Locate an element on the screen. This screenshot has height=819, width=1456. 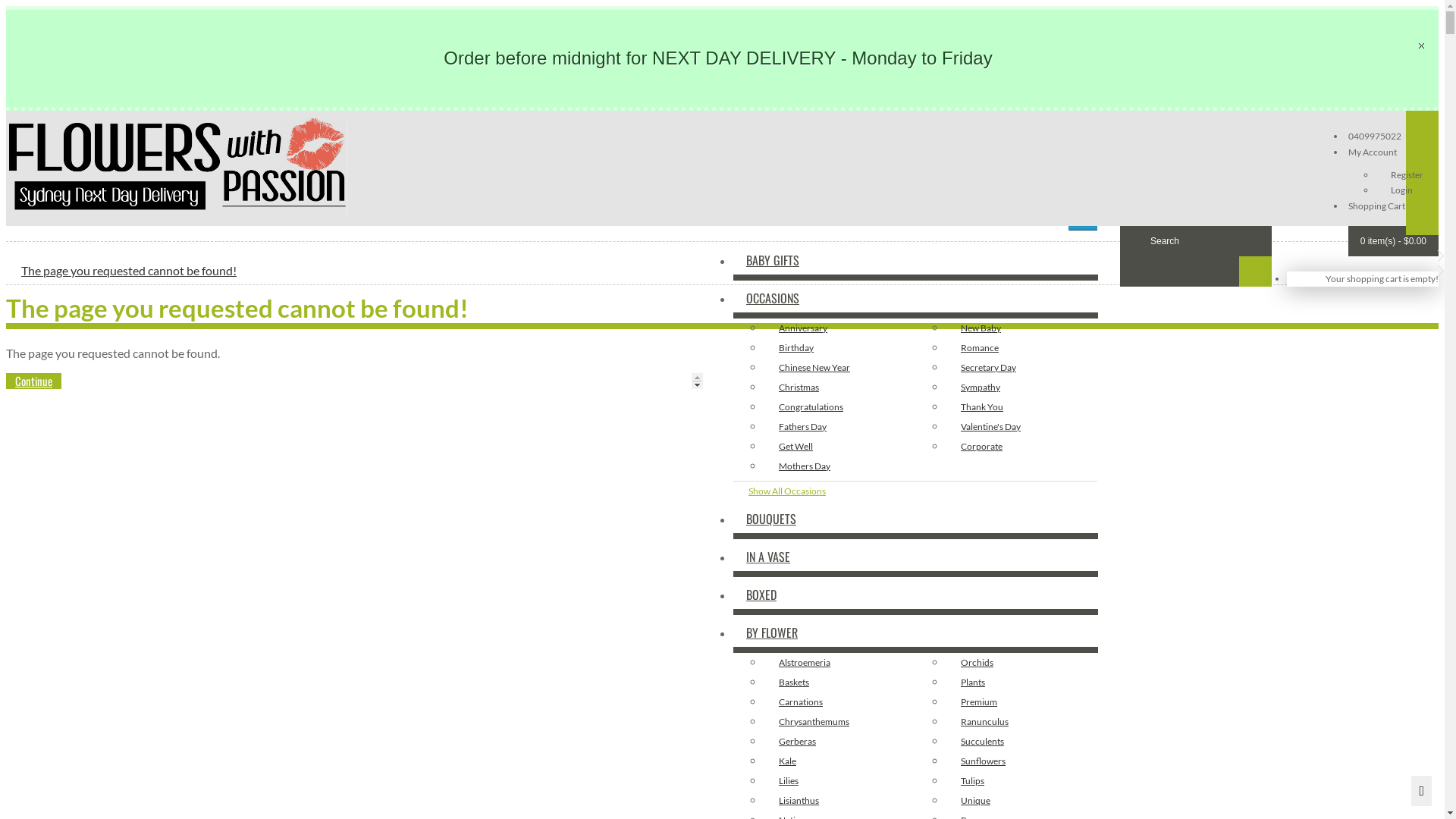
'Mothers Day' is located at coordinates (839, 465).